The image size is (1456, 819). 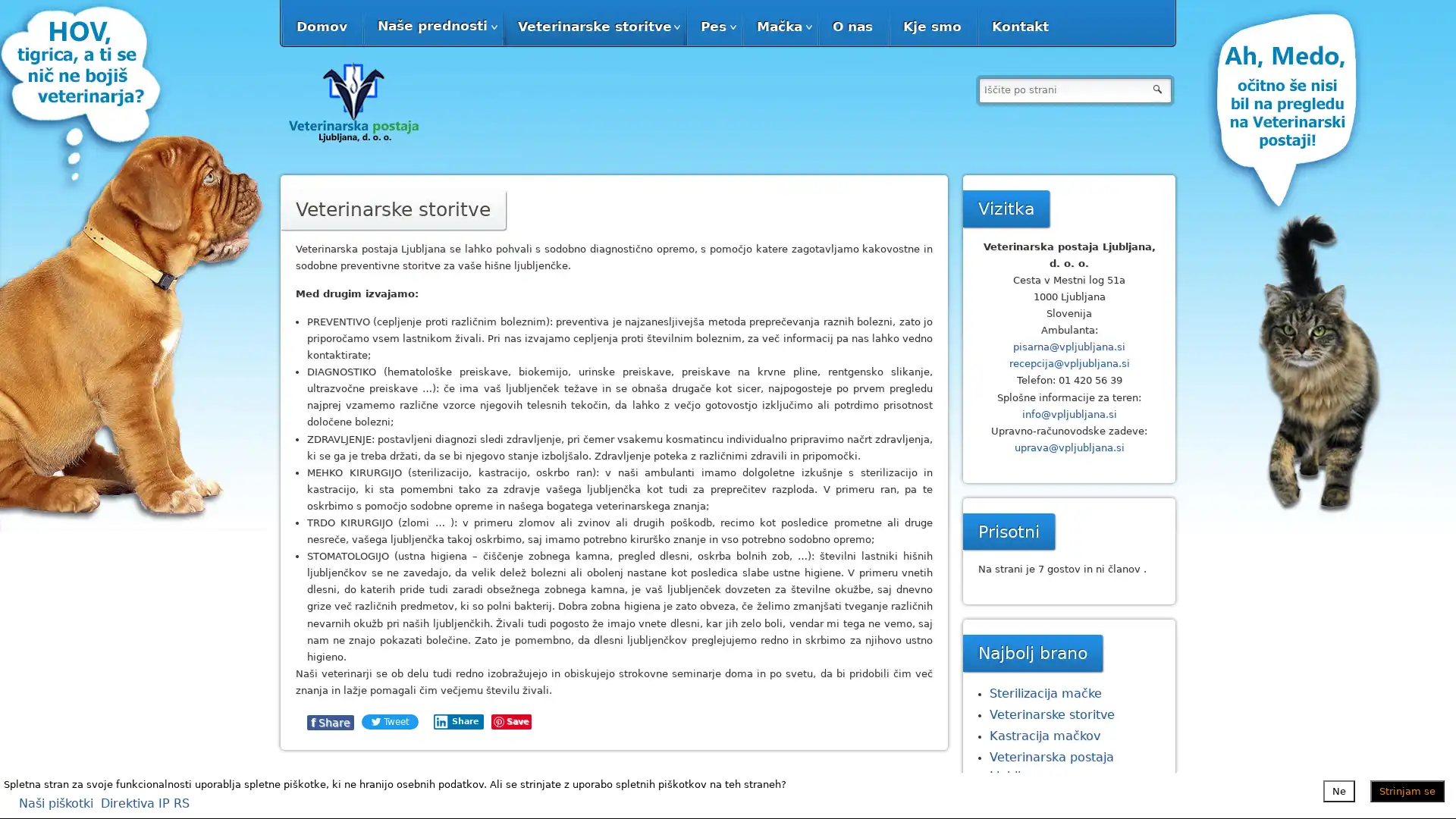 What do you see at coordinates (1407, 789) in the screenshot?
I see `Strinjam se` at bounding box center [1407, 789].